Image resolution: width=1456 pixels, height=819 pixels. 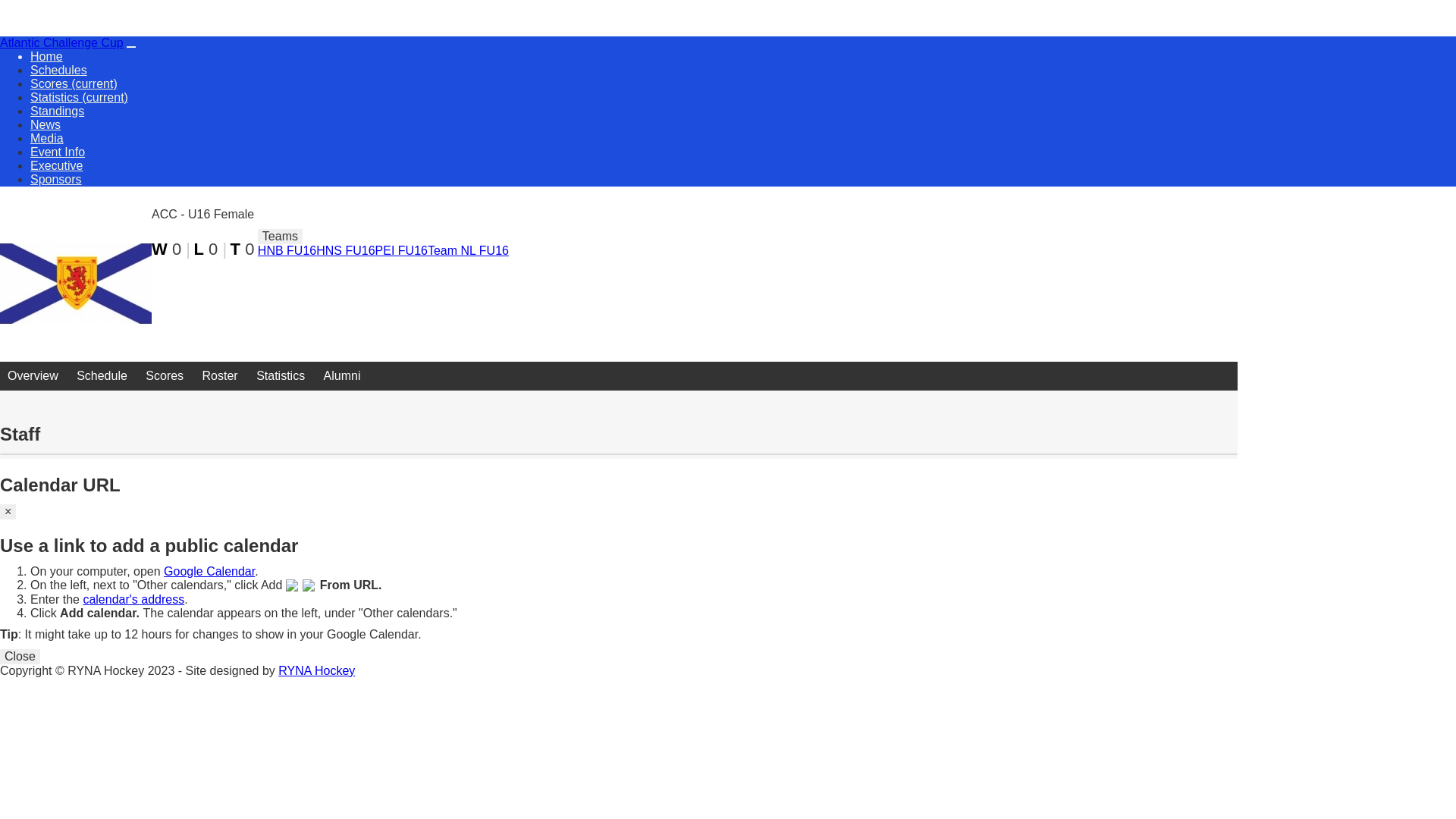 I want to click on 'Atlantic Challenge Cup', so click(x=61, y=42).